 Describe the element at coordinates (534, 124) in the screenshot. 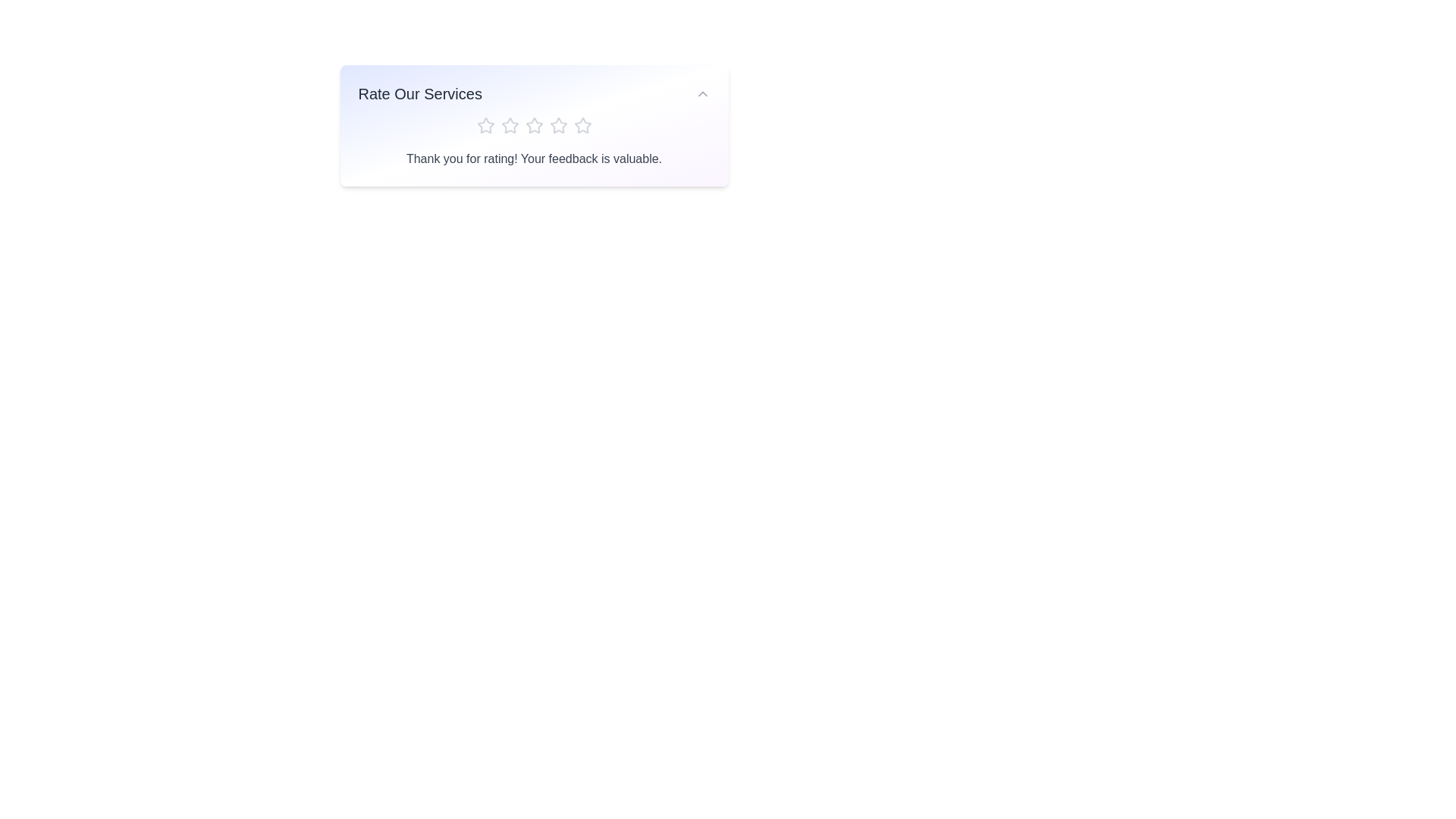

I see `the star corresponding to the desired rating 3` at that location.